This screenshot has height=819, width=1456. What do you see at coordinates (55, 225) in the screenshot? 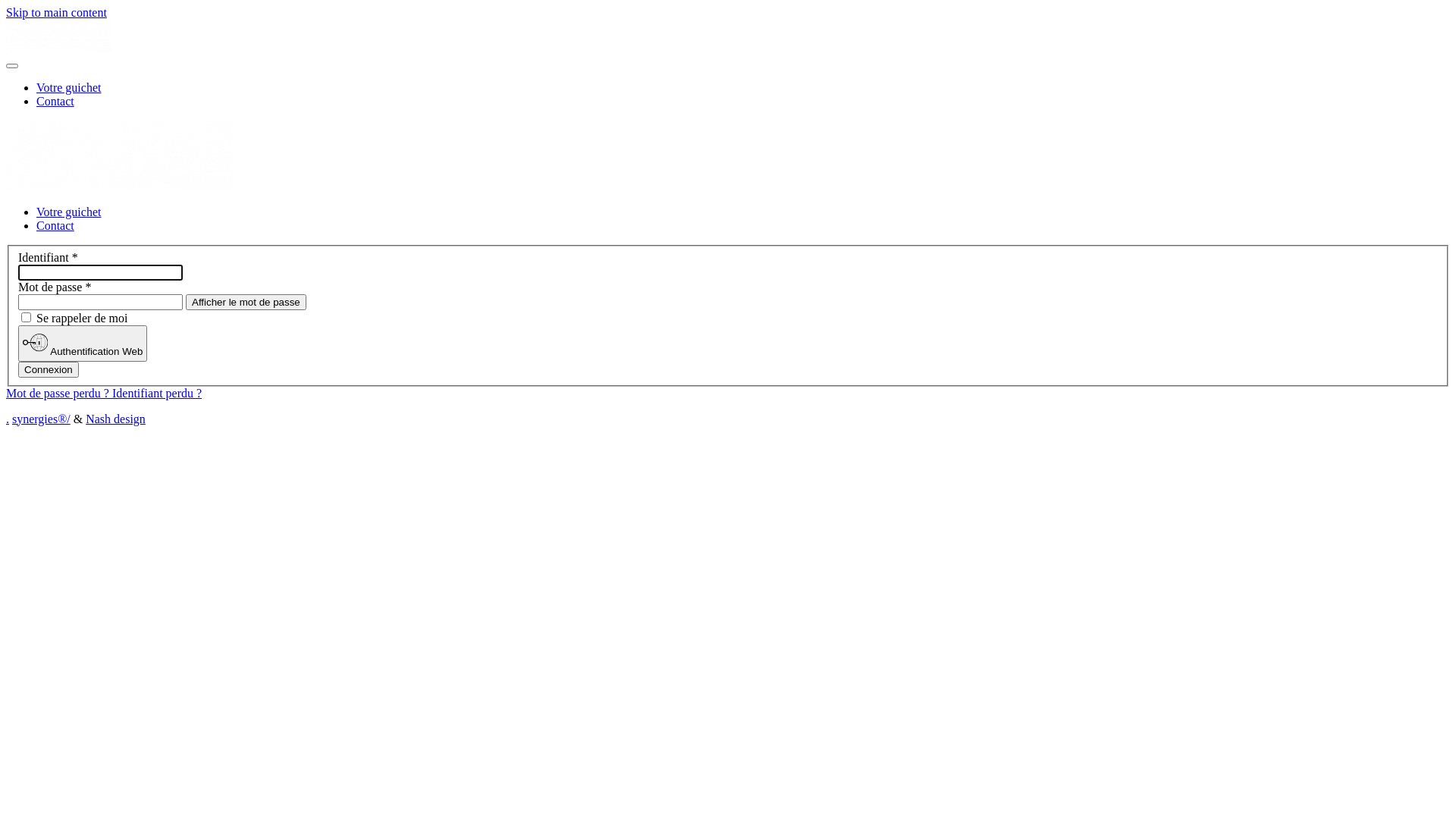
I see `'Contact'` at bounding box center [55, 225].